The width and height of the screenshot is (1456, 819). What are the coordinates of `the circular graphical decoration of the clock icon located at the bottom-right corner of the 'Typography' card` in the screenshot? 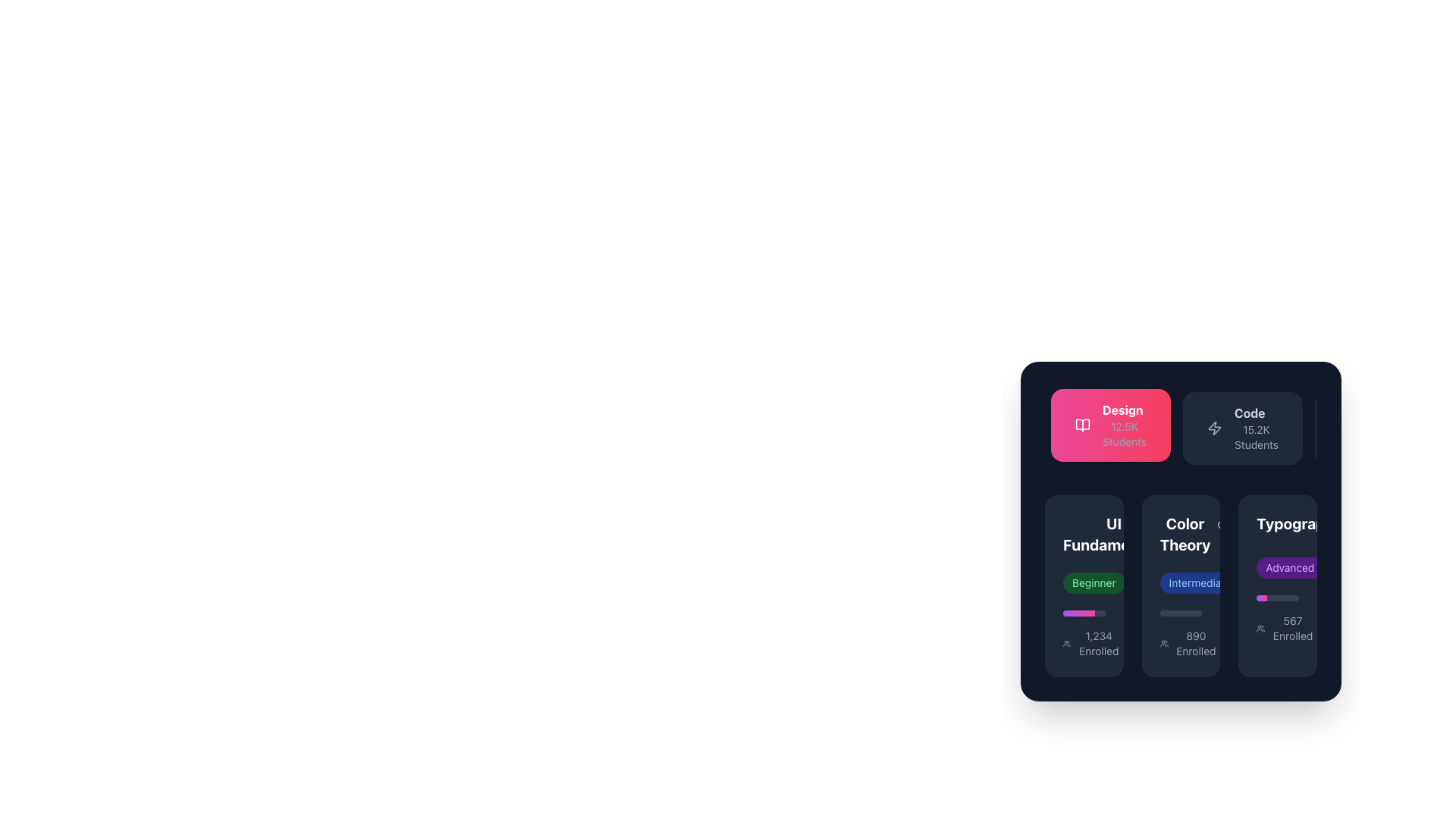 It's located at (1339, 567).